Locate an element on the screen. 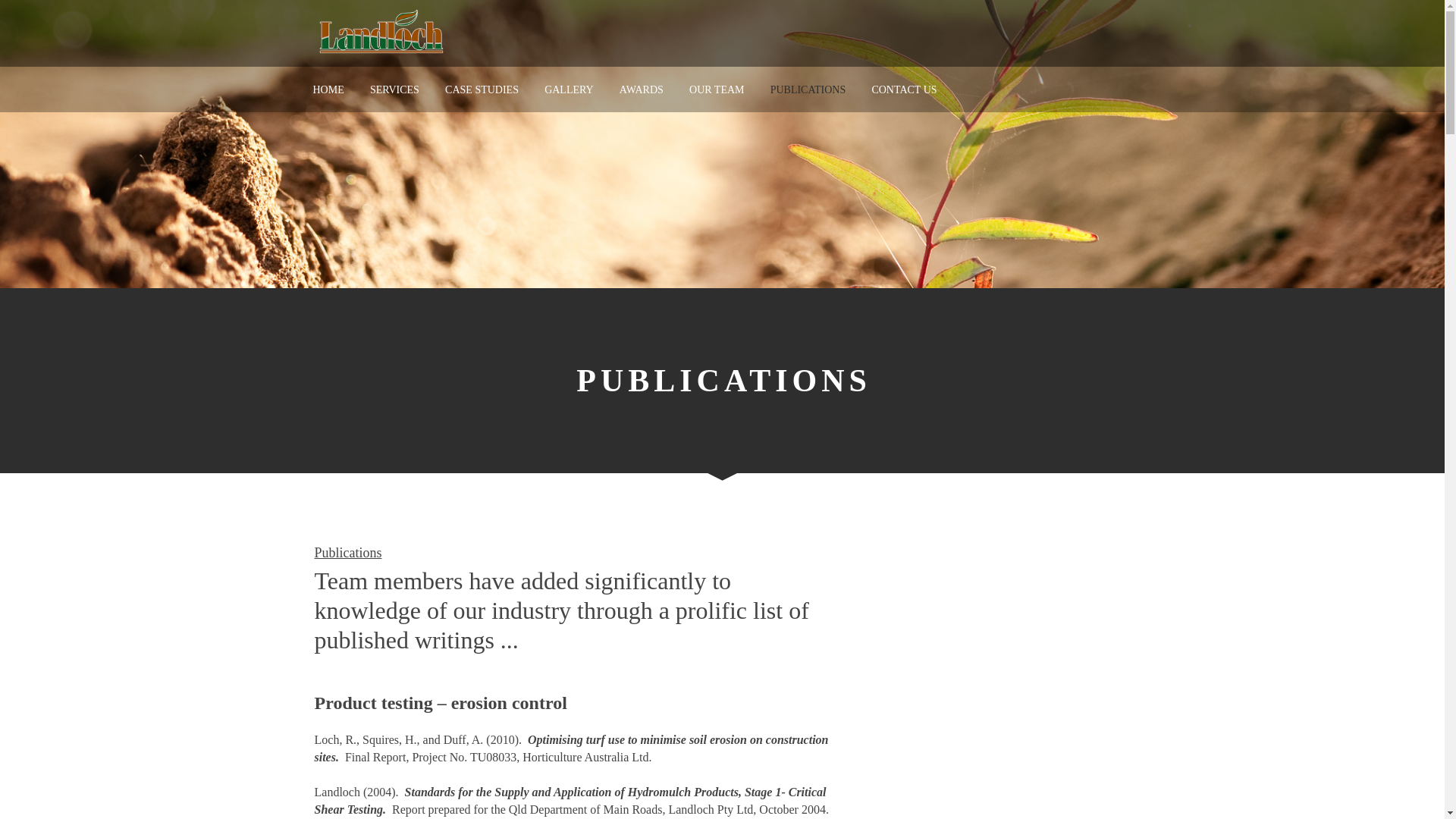 The image size is (1456, 819). 'CASE STUDIES' is located at coordinates (481, 89).